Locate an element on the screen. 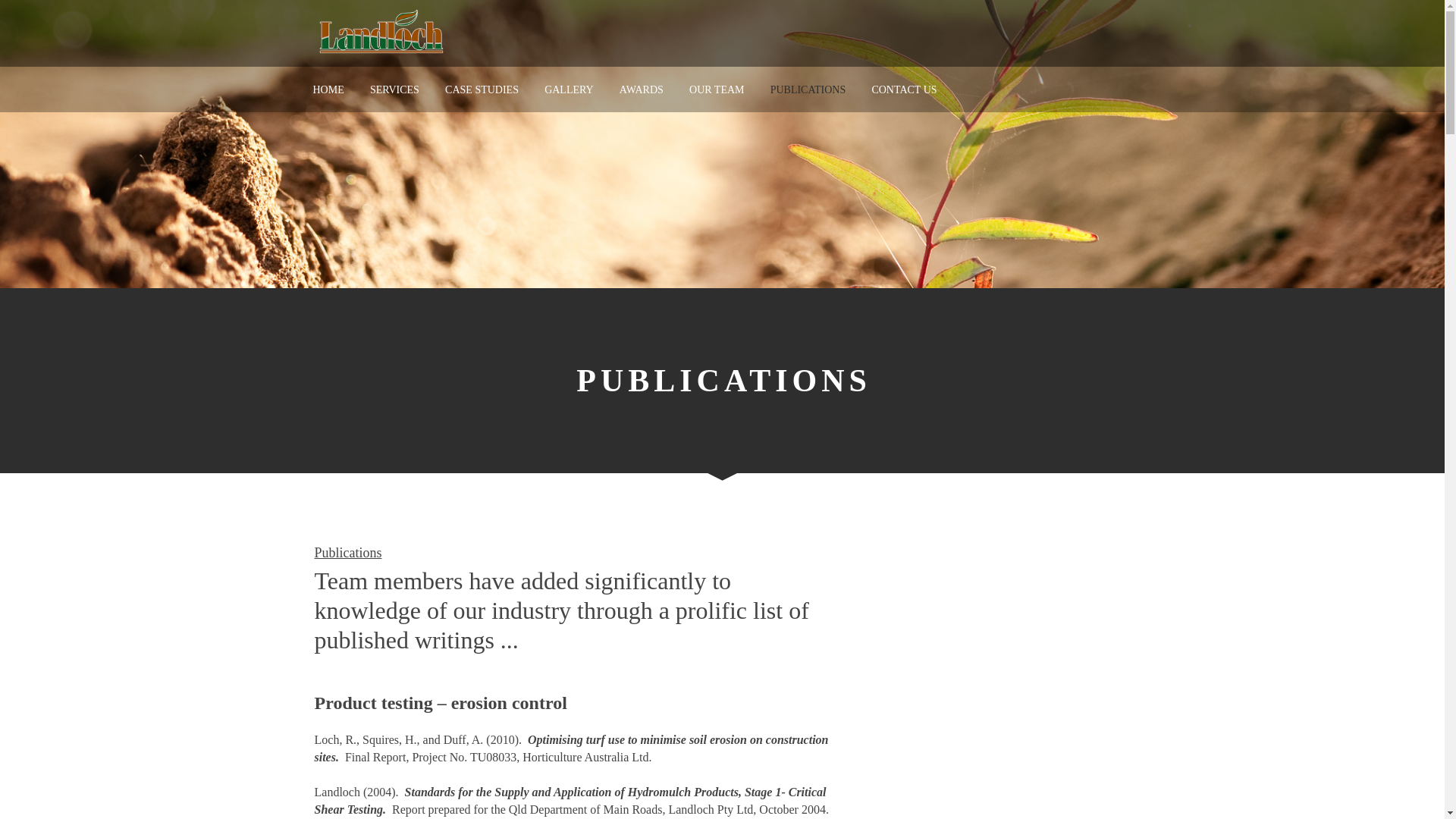 The image size is (1456, 819). 'CASE STUDIES' is located at coordinates (481, 89).